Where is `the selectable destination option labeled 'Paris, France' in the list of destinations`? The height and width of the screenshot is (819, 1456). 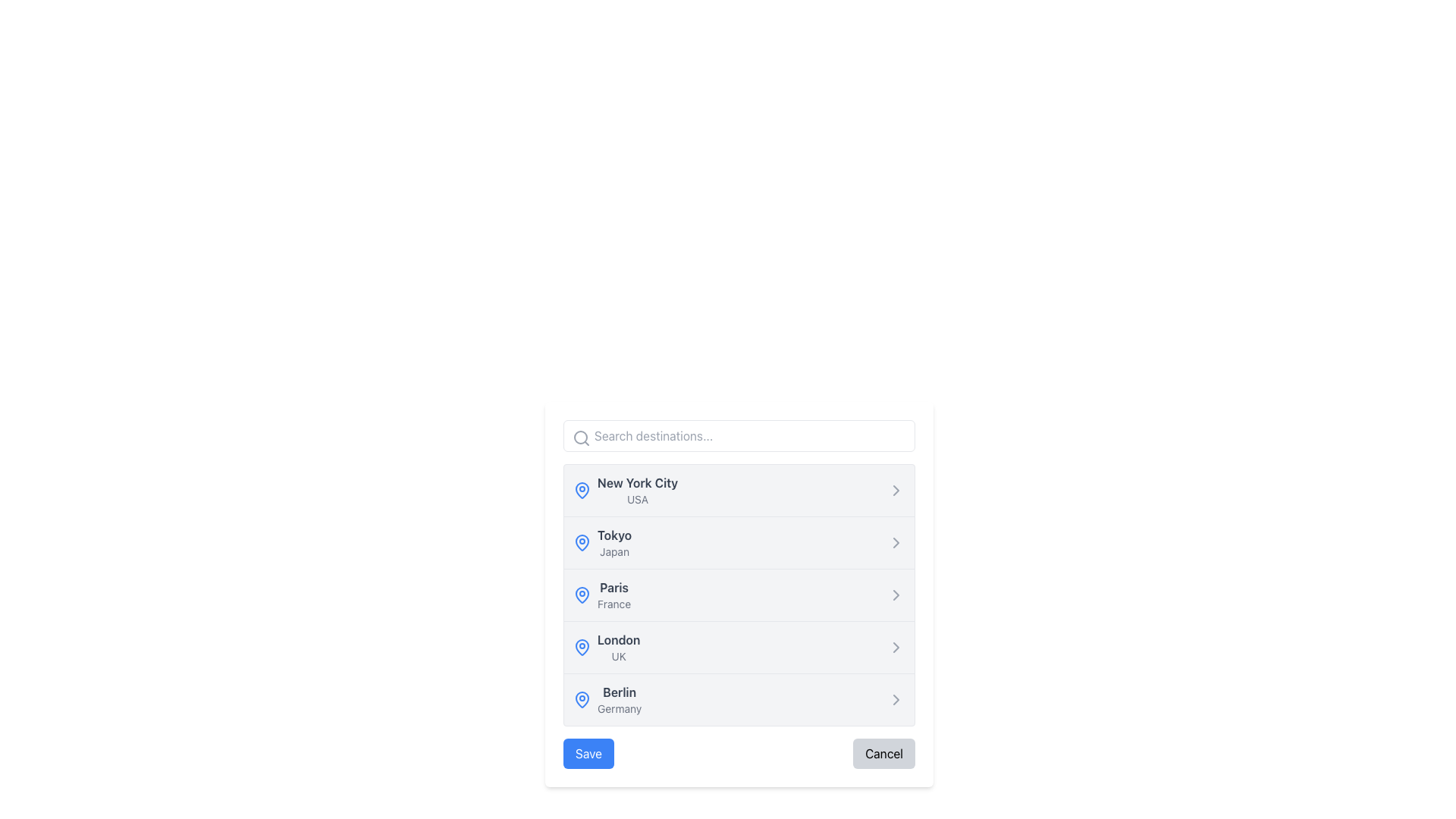 the selectable destination option labeled 'Paris, France' in the list of destinations is located at coordinates (601, 595).